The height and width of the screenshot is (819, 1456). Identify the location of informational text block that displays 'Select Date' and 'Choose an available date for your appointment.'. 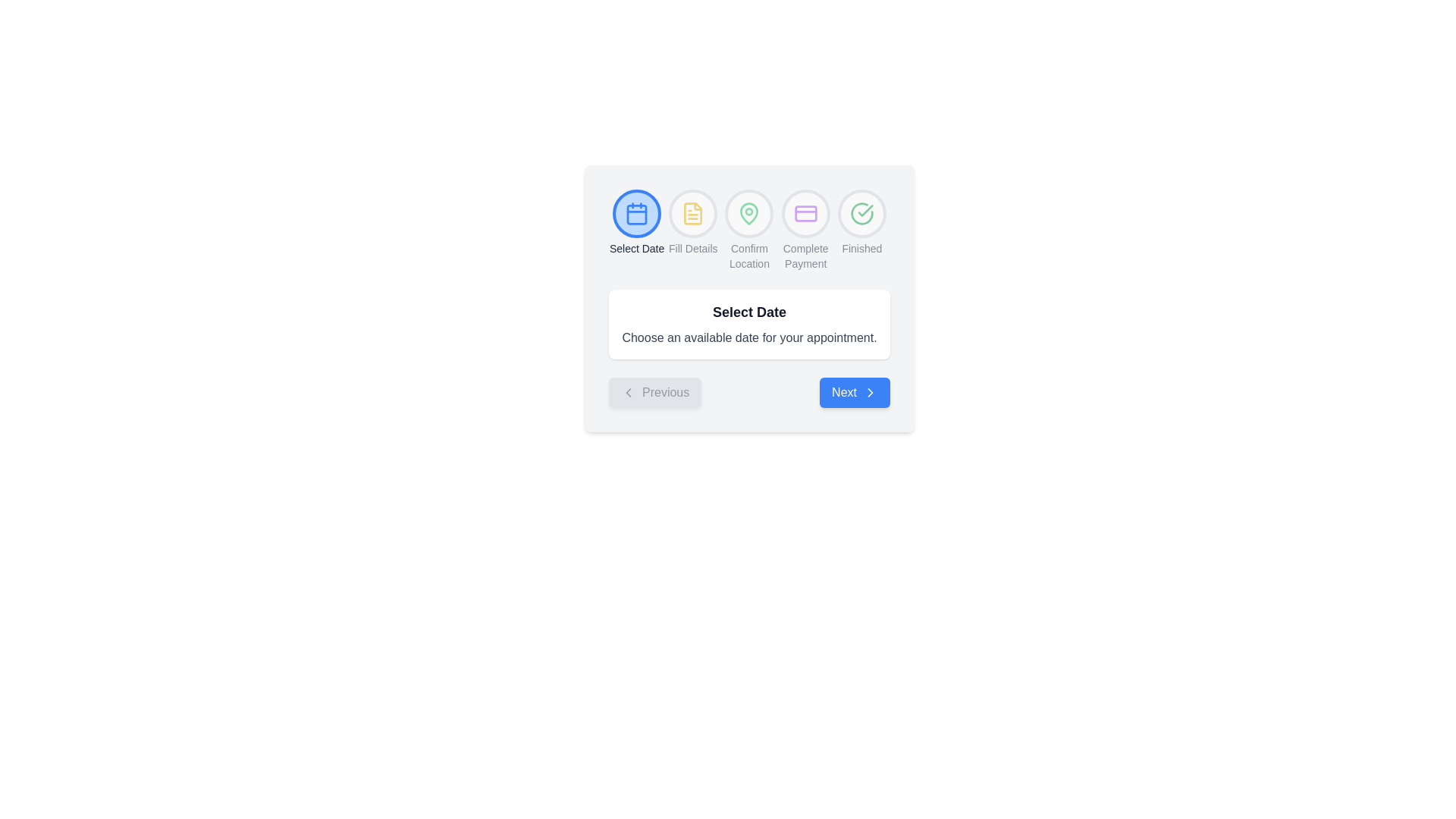
(749, 324).